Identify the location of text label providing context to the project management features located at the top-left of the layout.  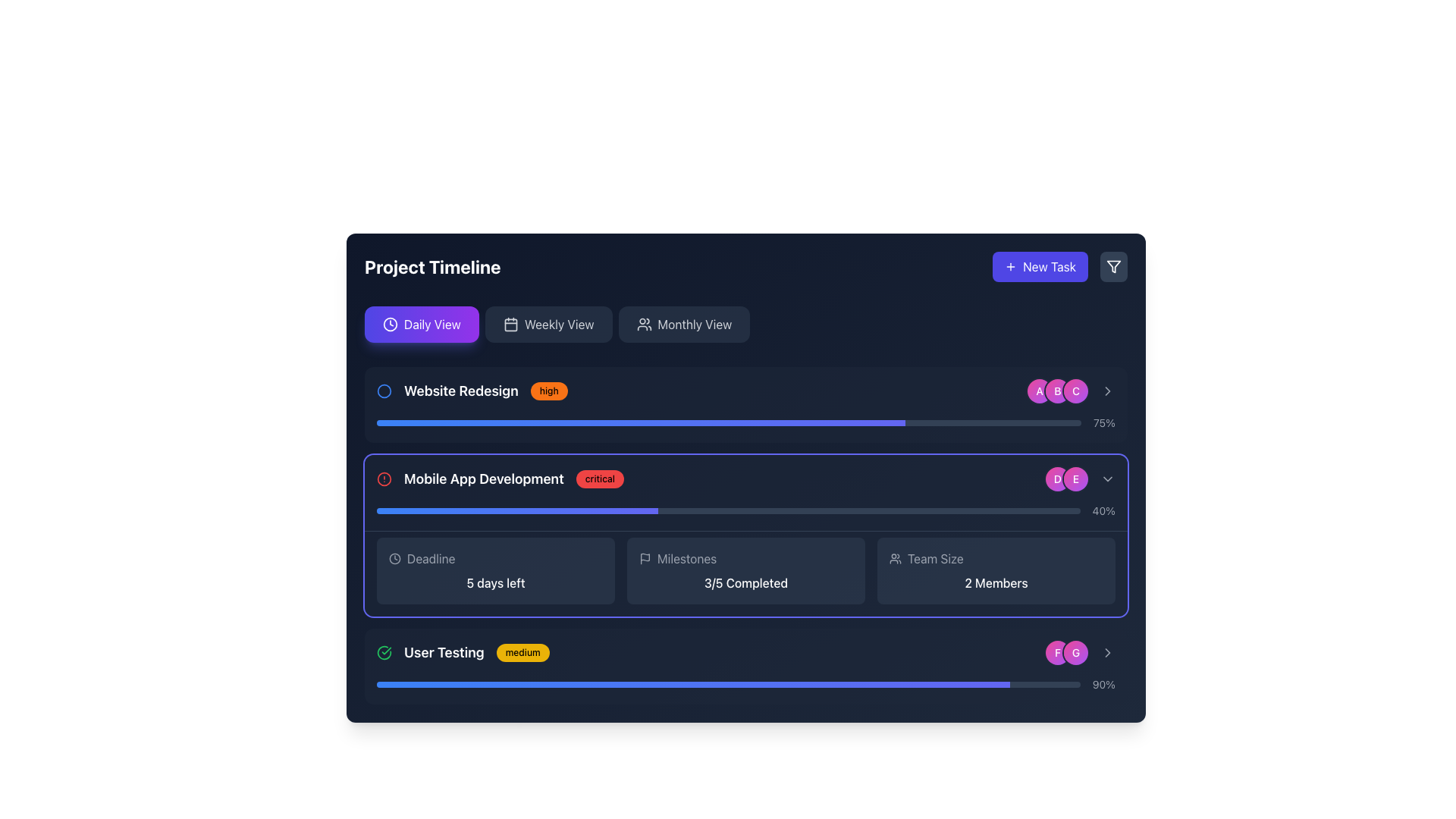
(431, 265).